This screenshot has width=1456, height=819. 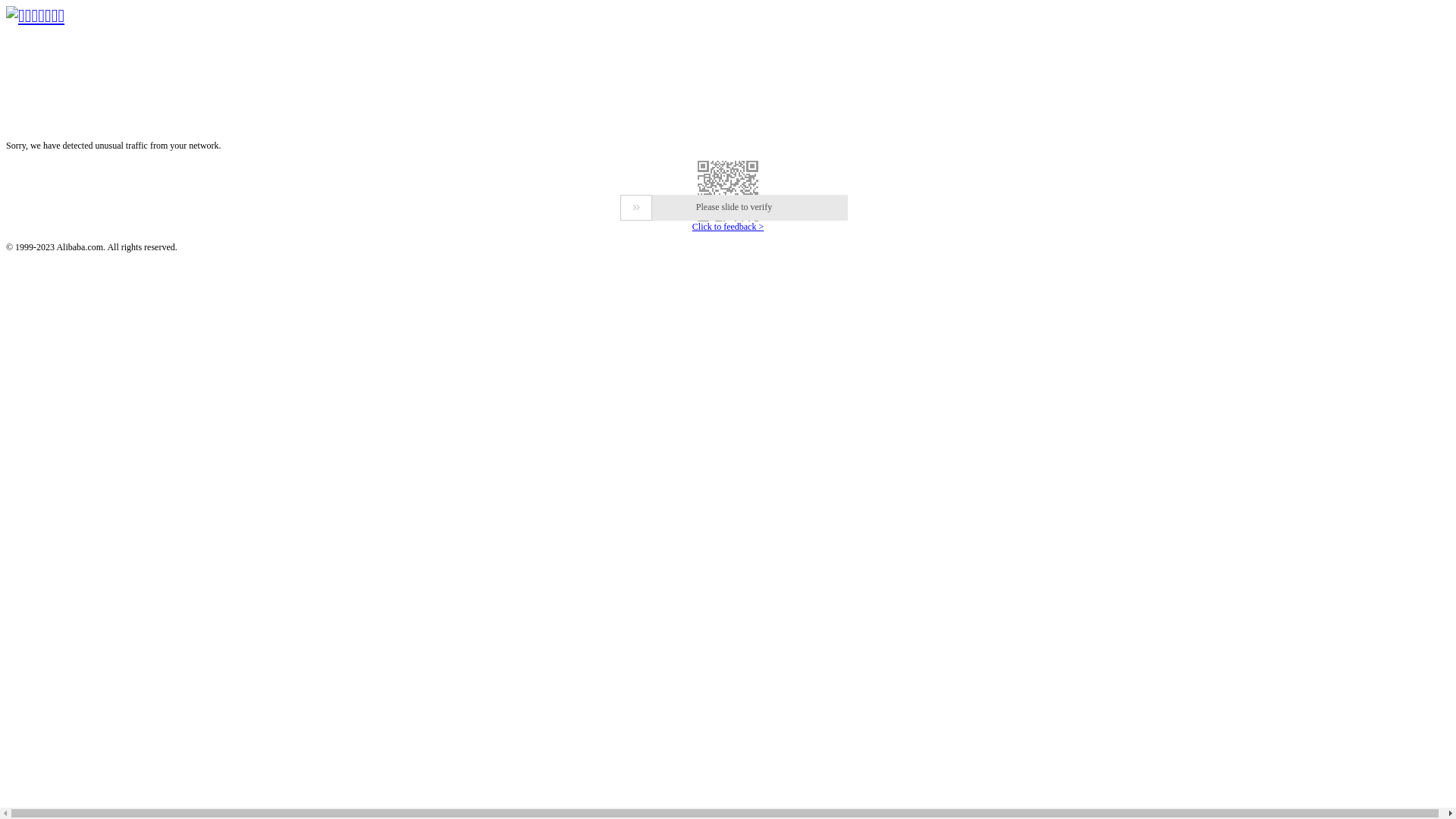 I want to click on 'pOAI0u5aT211PITnAMyVXA|ZWIazA|gqtLDQ_0', so click(x=6, y=190).